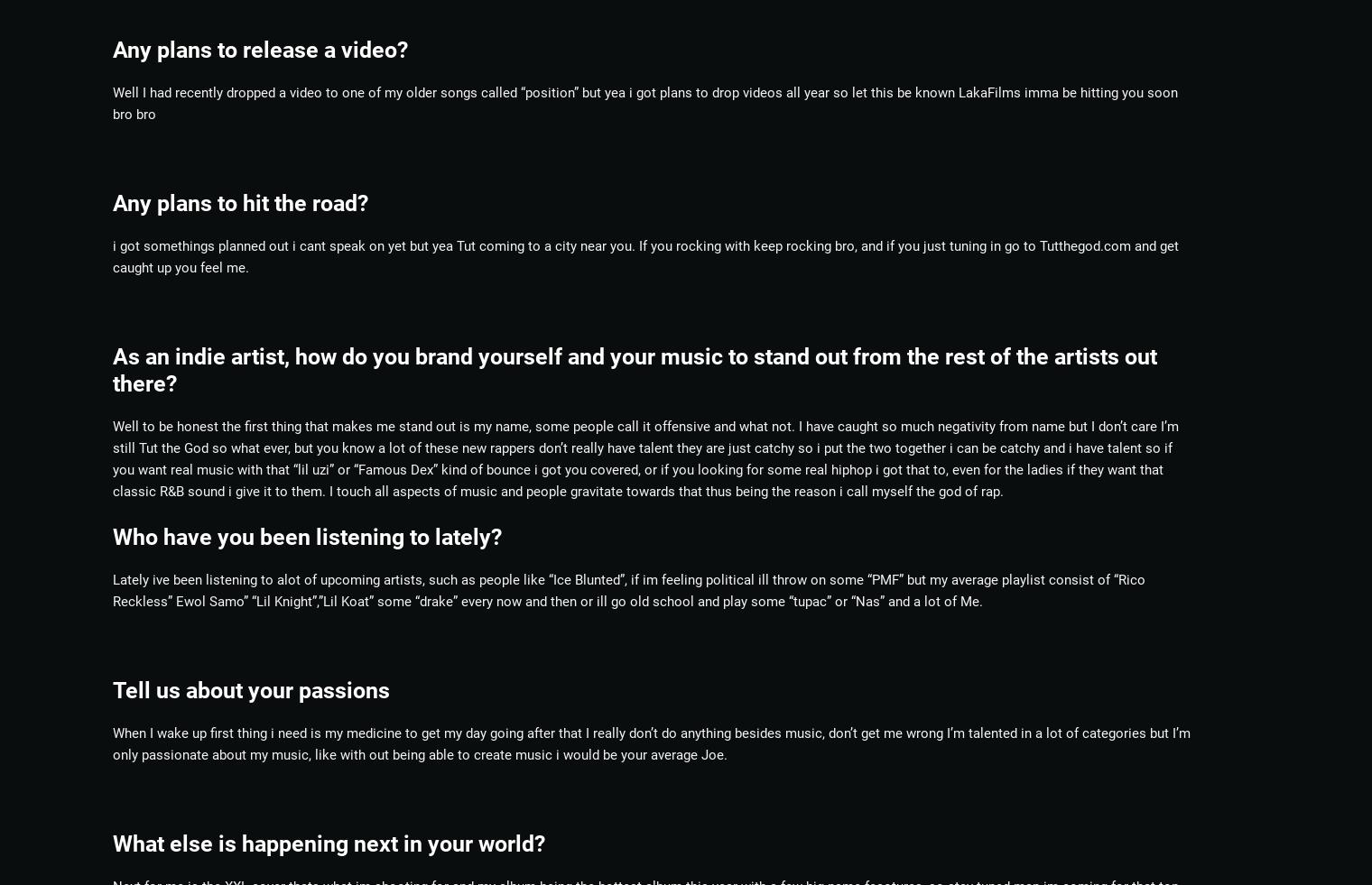 The height and width of the screenshot is (885, 1372). I want to click on 'Any plans to hit the road?', so click(112, 201).